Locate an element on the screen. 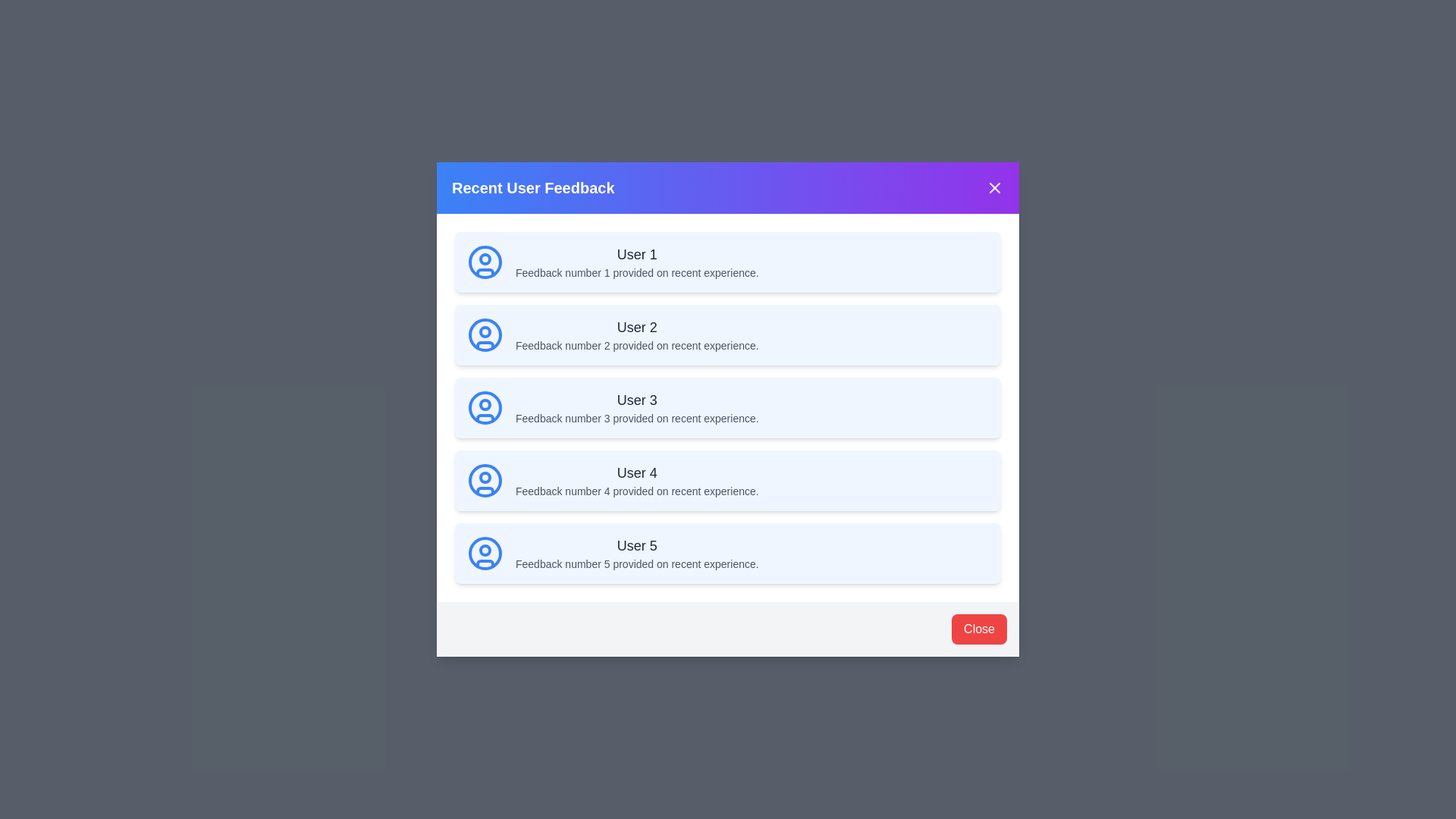 The height and width of the screenshot is (819, 1456). the close button in the header to close the dialog is located at coordinates (994, 187).